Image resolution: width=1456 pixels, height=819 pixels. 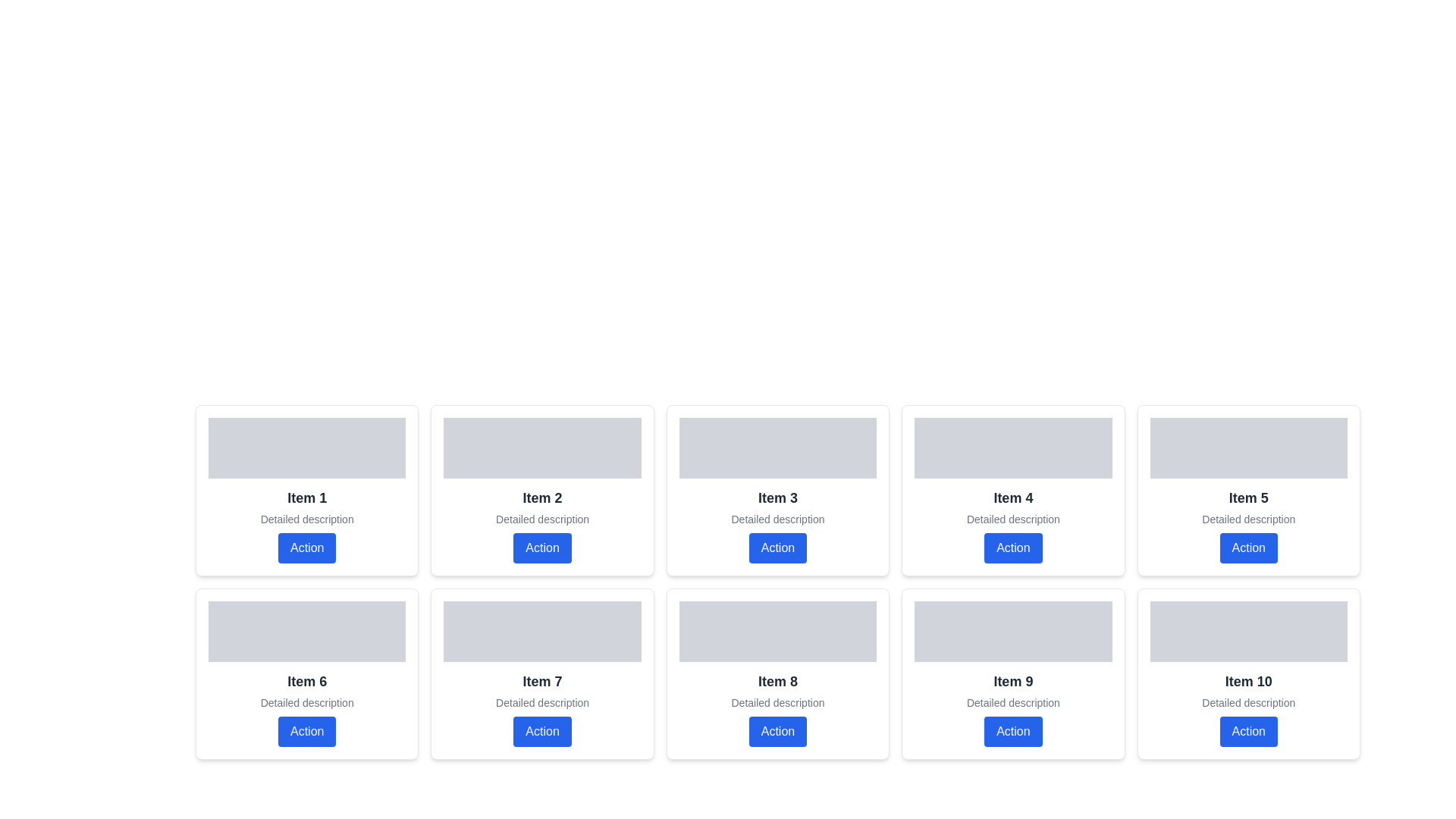 What do you see at coordinates (306, 519) in the screenshot?
I see `the text label providing additional information directly beneath the 'Item 1' label in the first card of the grid layout` at bounding box center [306, 519].